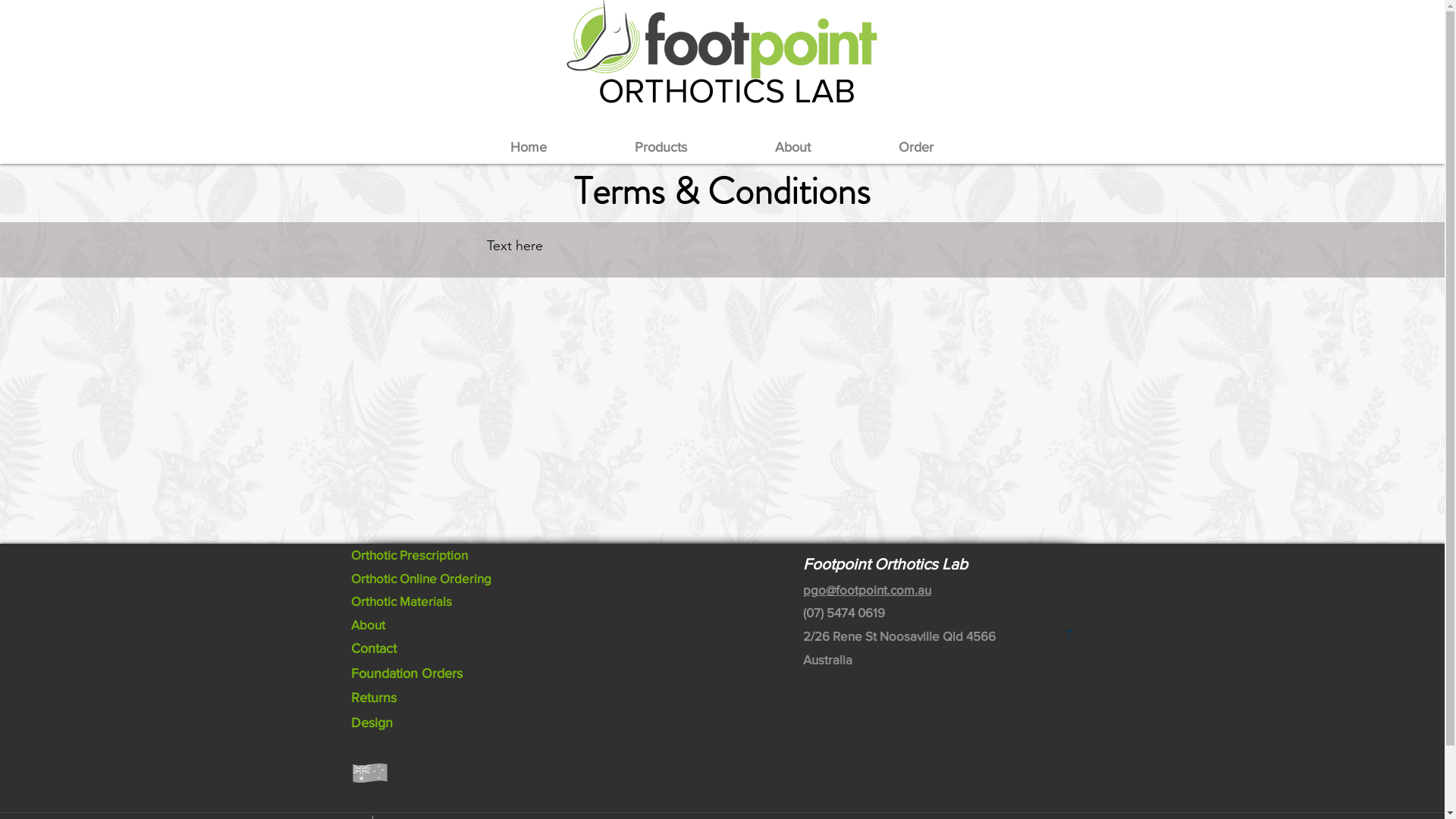 Image resolution: width=1456 pixels, height=819 pixels. I want to click on 'Foundation Orders', so click(406, 672).